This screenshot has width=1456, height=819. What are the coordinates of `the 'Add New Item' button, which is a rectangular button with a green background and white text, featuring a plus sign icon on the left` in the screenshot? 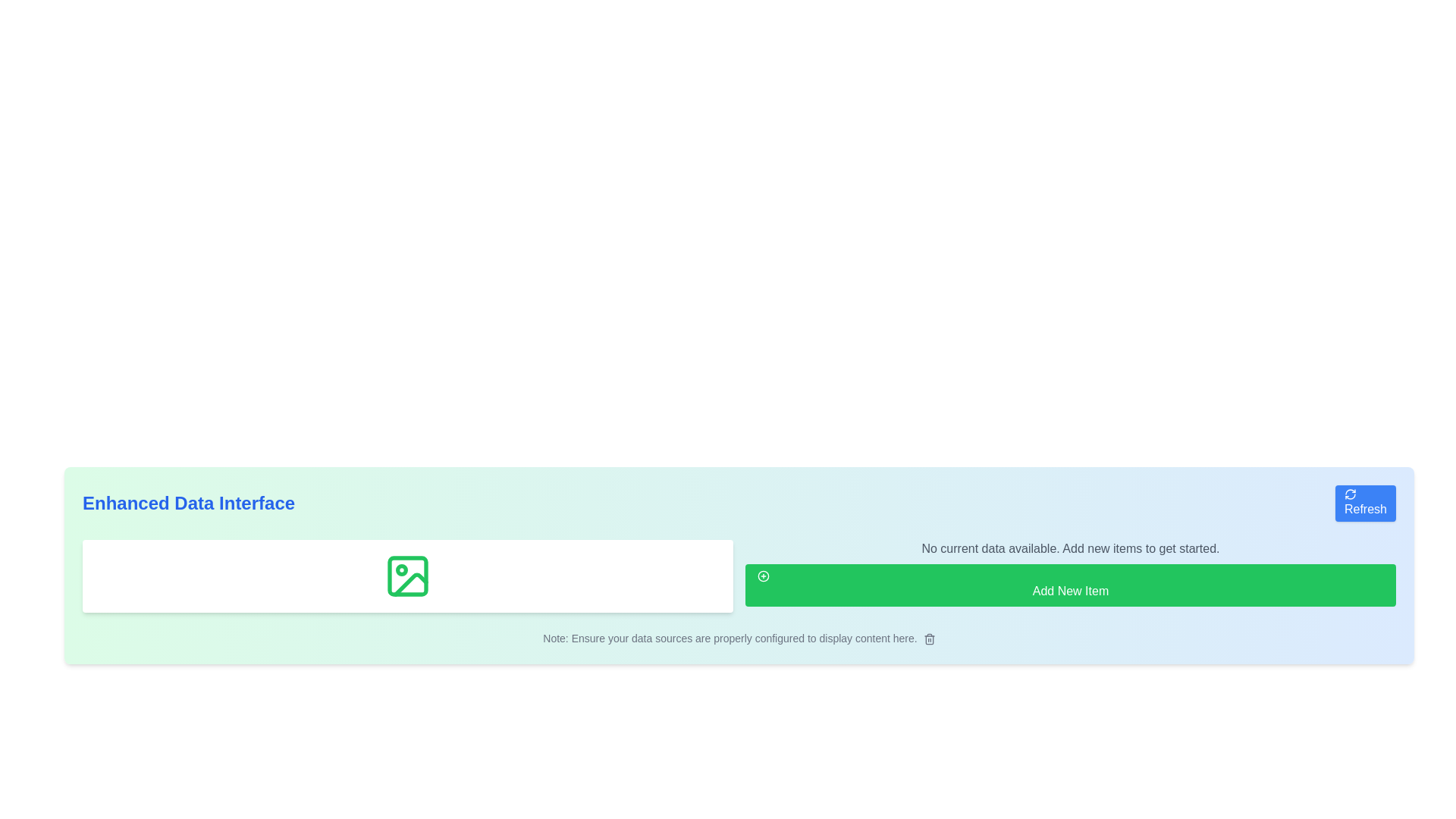 It's located at (1069, 584).